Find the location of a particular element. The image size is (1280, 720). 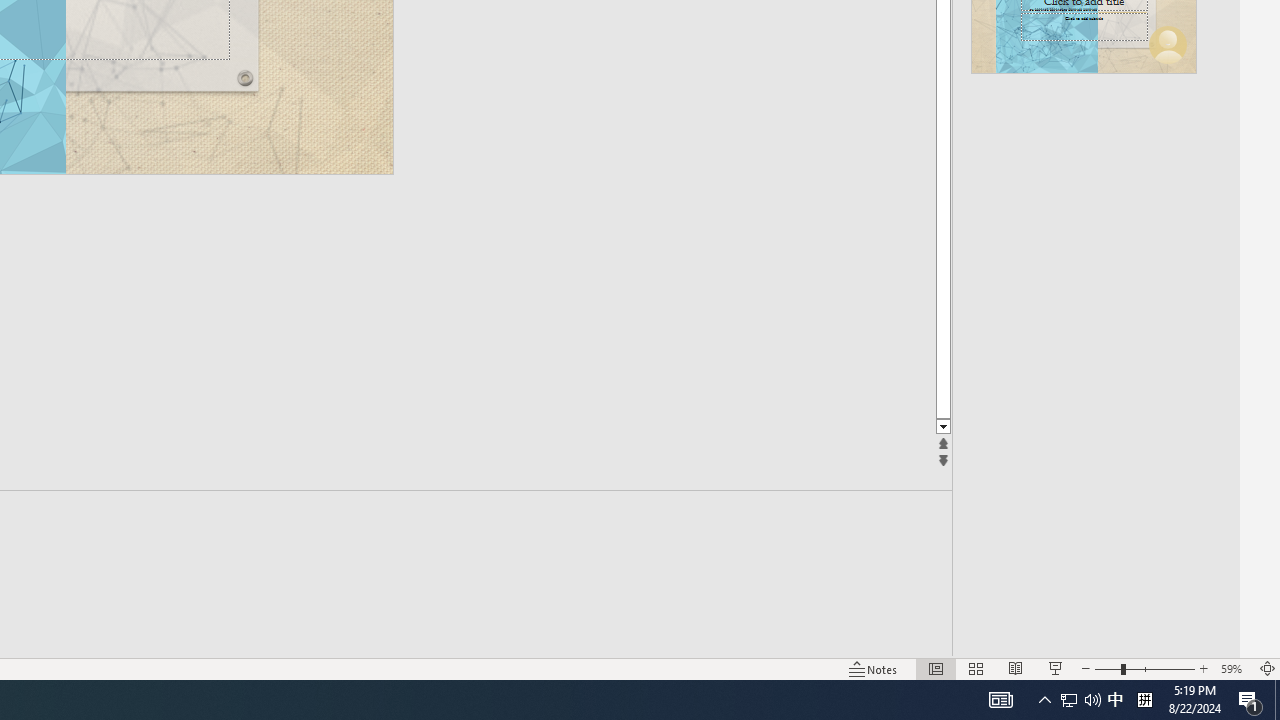

'Zoom 59%' is located at coordinates (1233, 669).